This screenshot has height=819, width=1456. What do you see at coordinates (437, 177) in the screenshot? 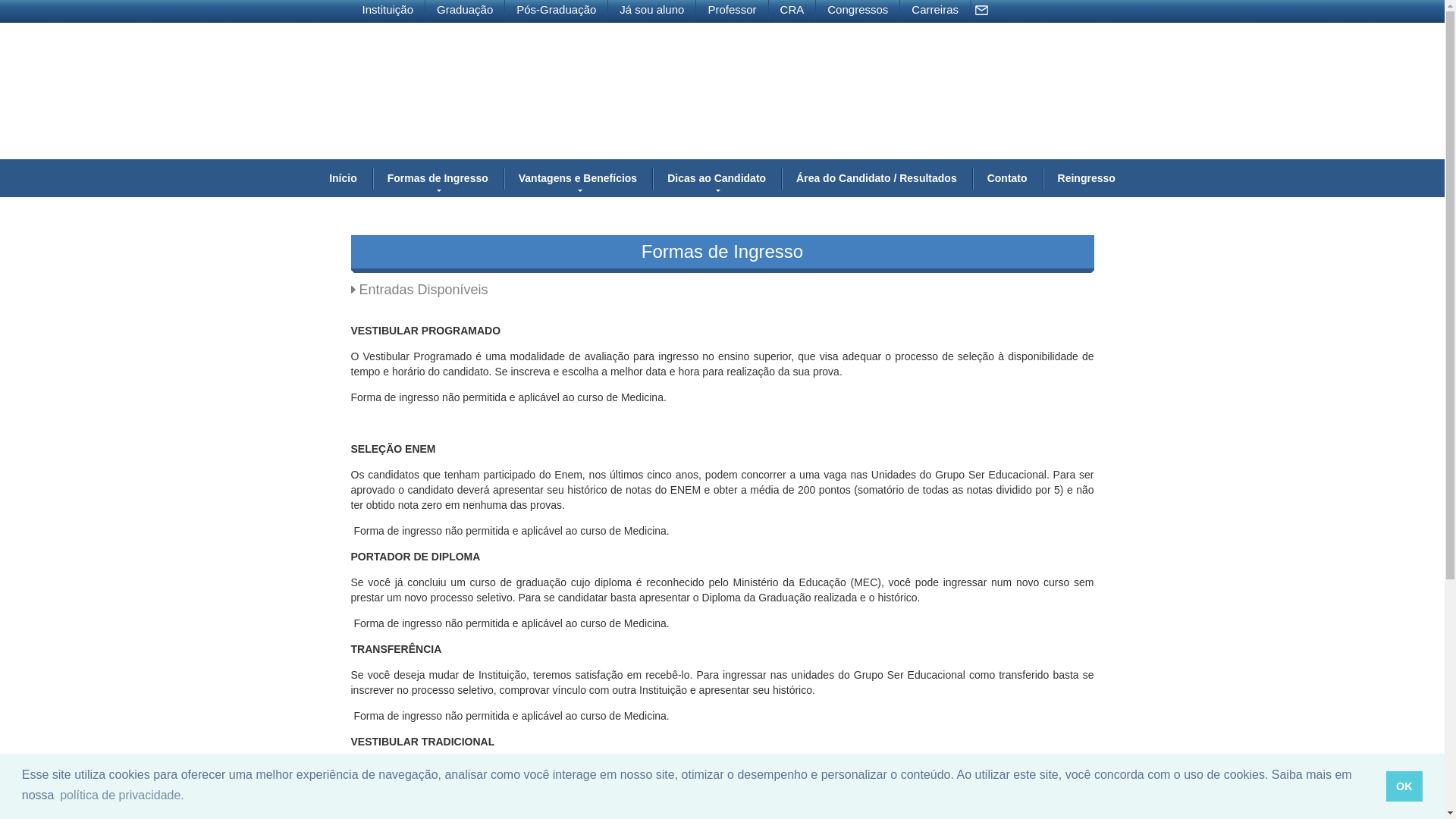
I see `'Formas de Ingresso'` at bounding box center [437, 177].